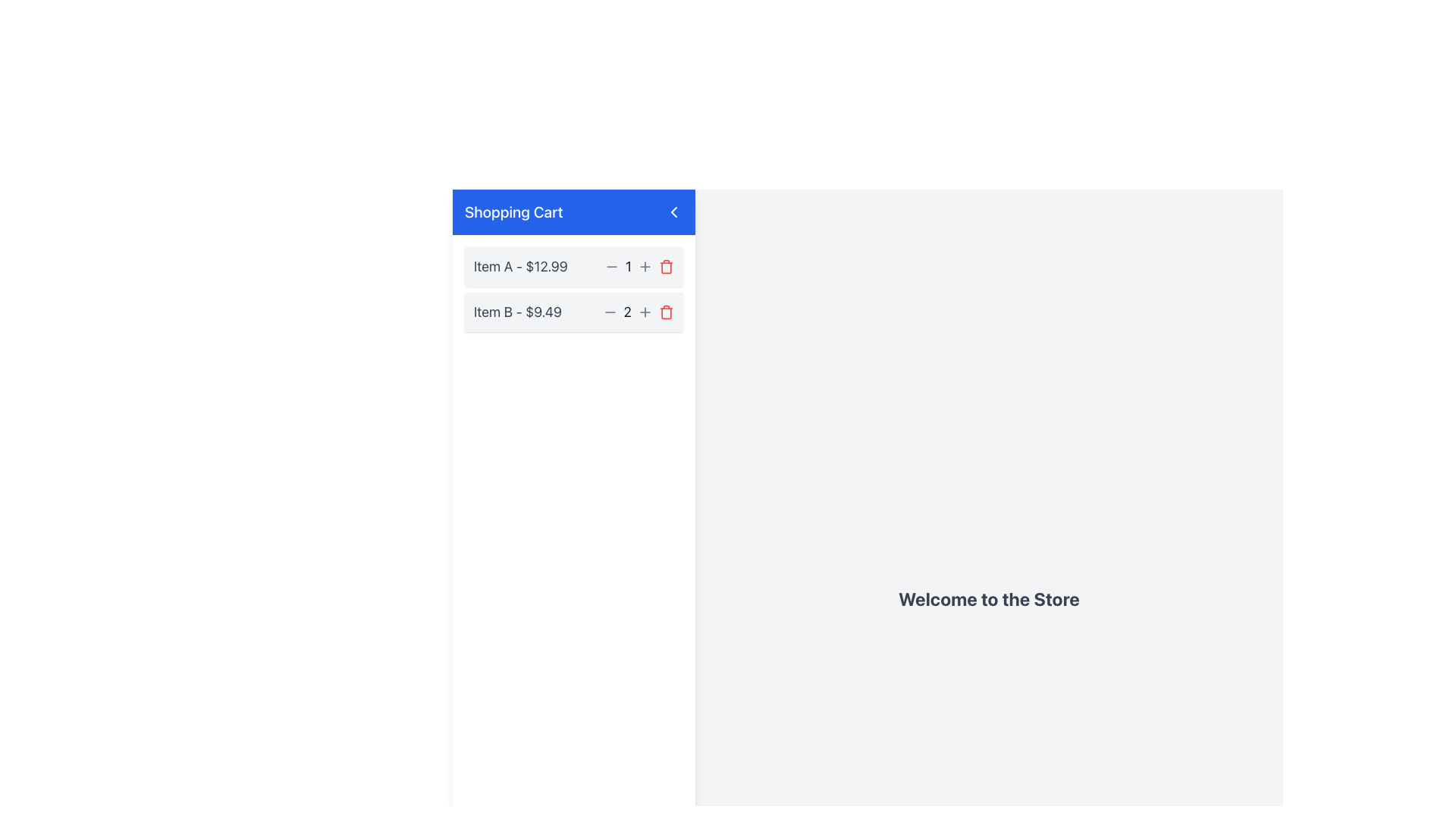 The image size is (1456, 819). Describe the element at coordinates (666, 265) in the screenshot. I see `the trash icon button located to the right of the '+' button in the 'Item A - $12.99' section of the shopping cart` at that location.